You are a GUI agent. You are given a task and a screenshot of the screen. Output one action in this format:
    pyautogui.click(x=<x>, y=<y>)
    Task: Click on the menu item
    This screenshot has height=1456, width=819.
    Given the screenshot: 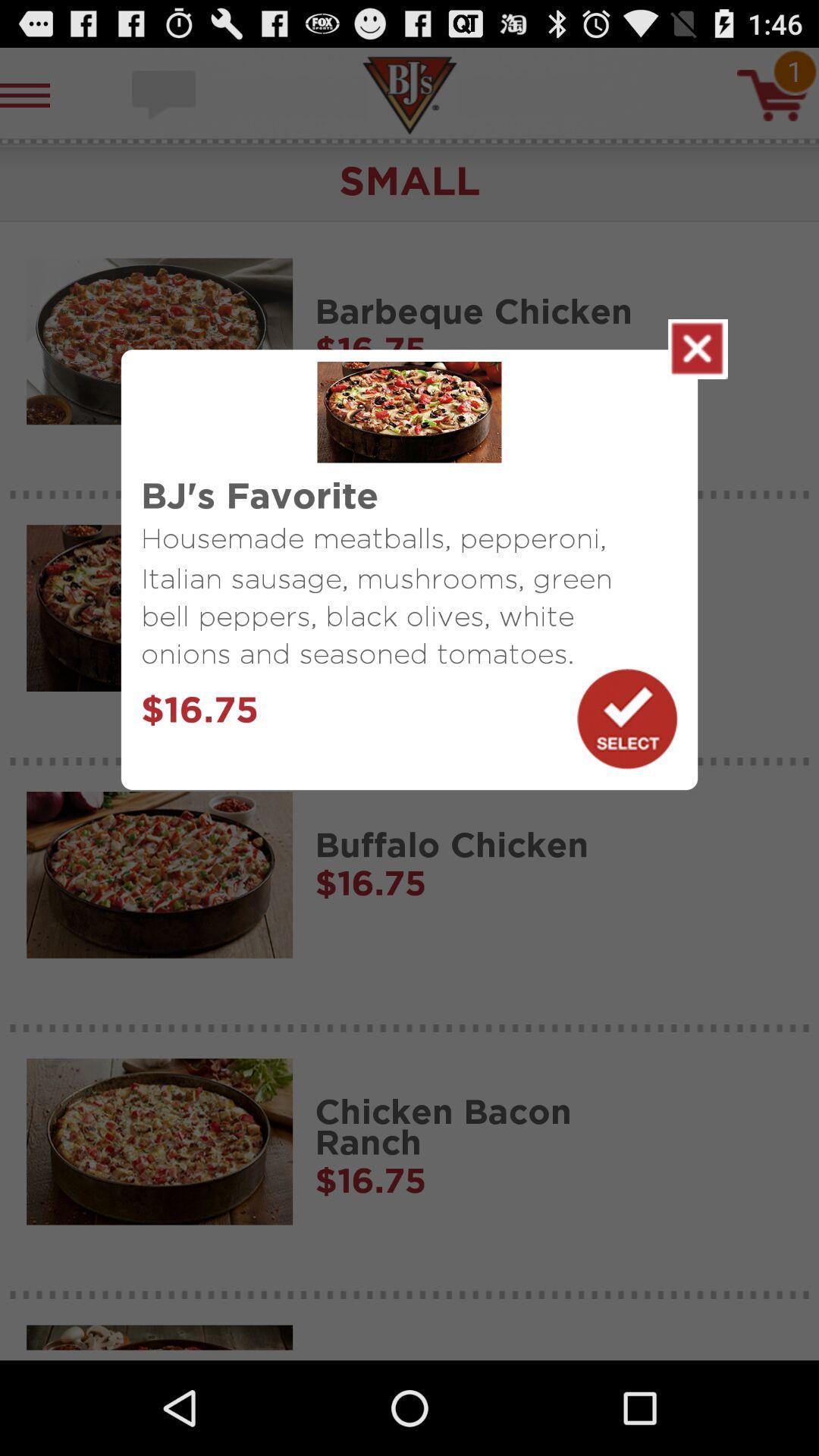 What is the action you would take?
    pyautogui.click(x=698, y=348)
    